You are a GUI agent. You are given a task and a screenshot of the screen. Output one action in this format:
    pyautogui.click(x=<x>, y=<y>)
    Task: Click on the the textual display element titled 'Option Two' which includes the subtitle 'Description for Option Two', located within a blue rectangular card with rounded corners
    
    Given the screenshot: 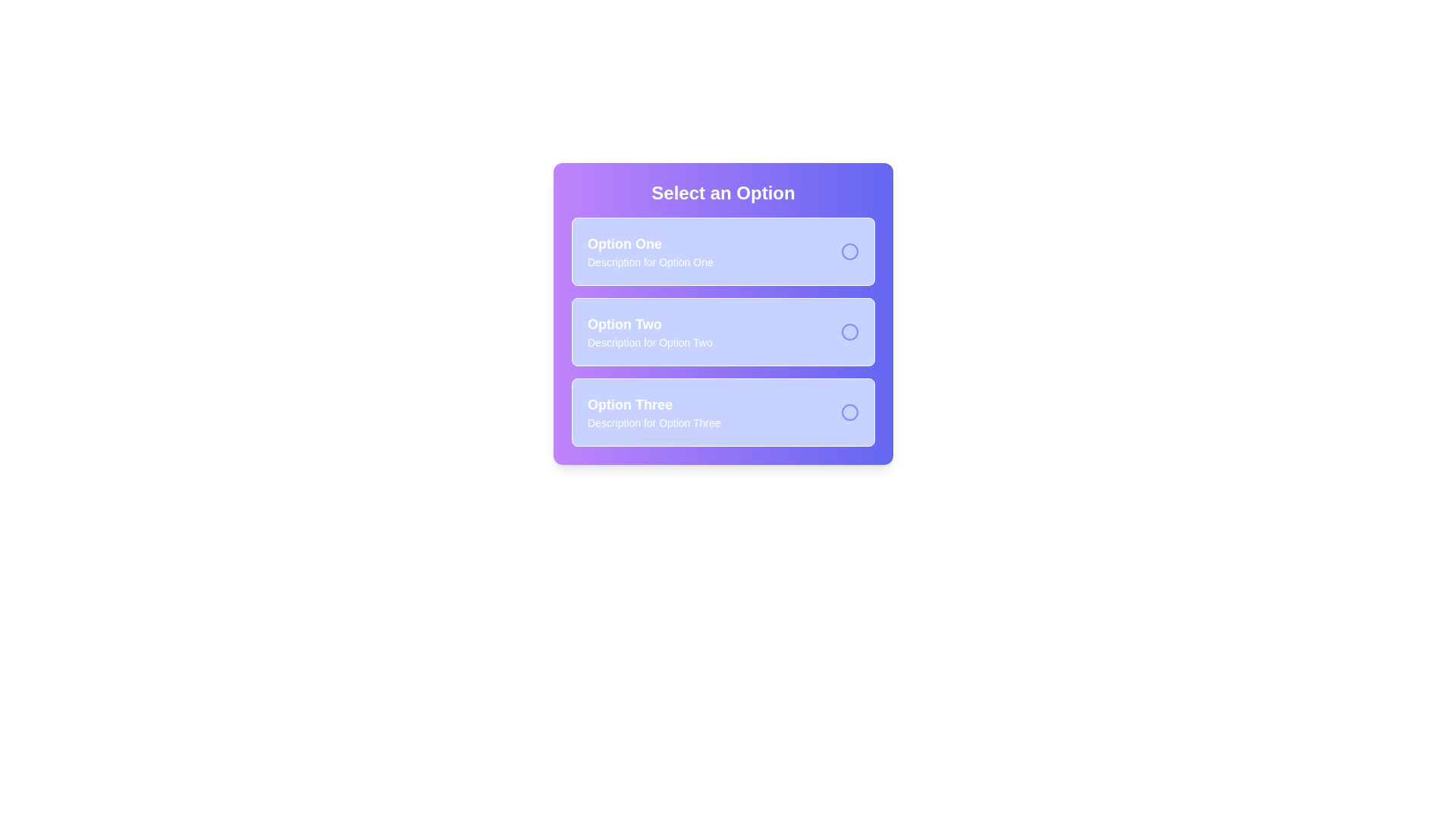 What is the action you would take?
    pyautogui.click(x=650, y=331)
    